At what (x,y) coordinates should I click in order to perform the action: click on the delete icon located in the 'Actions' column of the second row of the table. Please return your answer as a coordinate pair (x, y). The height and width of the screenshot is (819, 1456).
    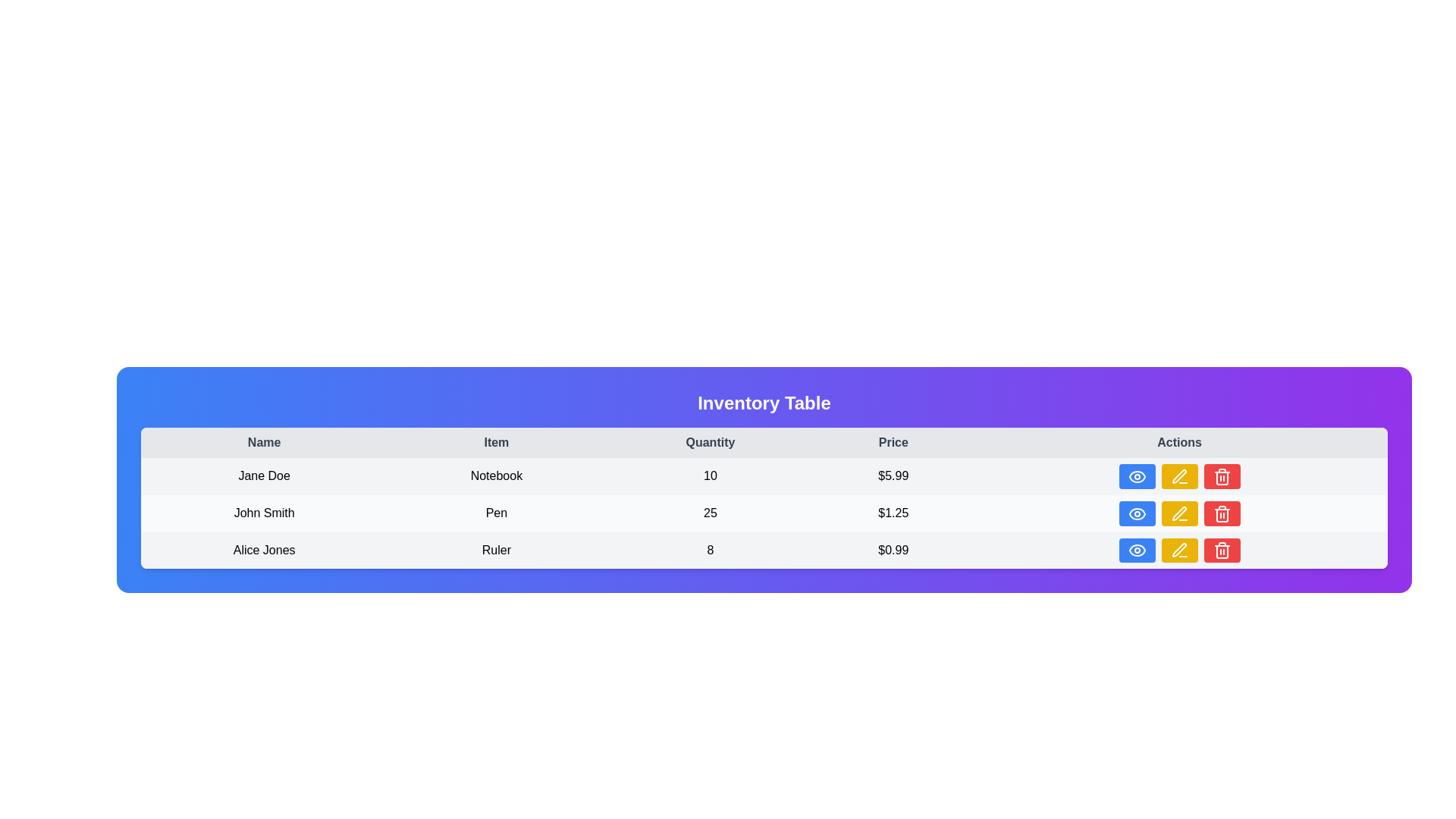
    Looking at the image, I should click on (1222, 514).